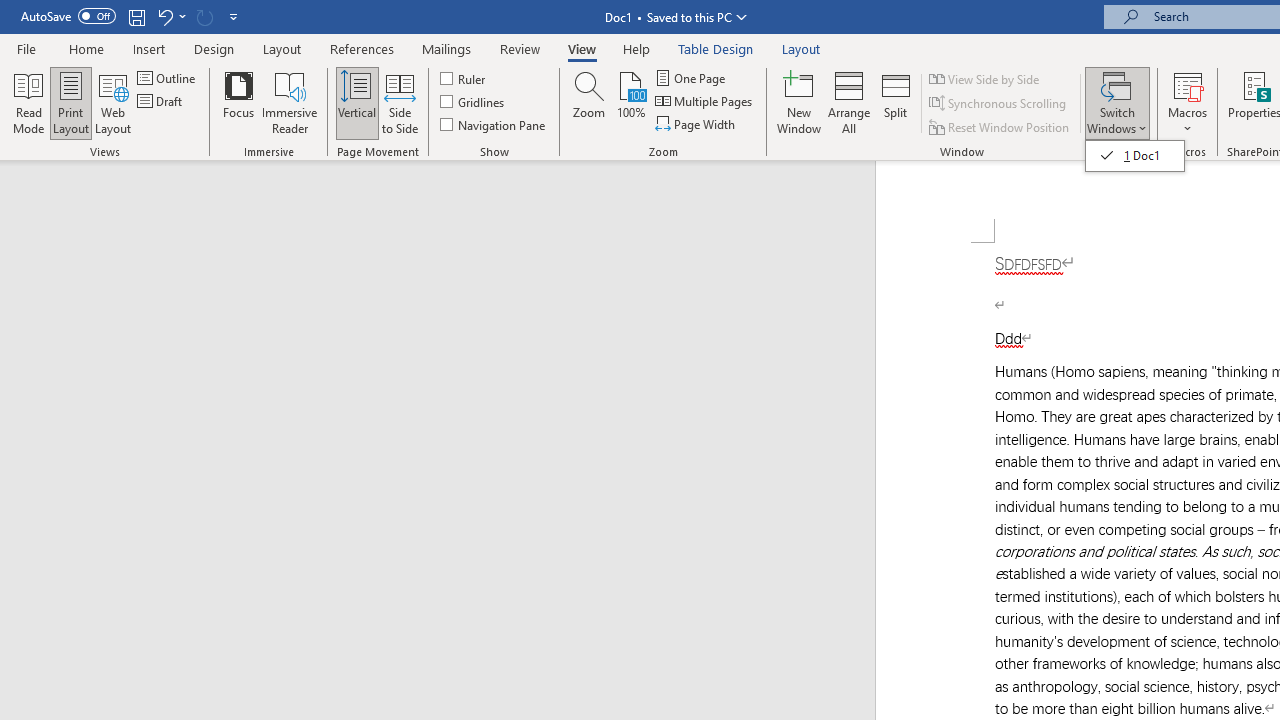  I want to click on 'Web Layout', so click(112, 103).